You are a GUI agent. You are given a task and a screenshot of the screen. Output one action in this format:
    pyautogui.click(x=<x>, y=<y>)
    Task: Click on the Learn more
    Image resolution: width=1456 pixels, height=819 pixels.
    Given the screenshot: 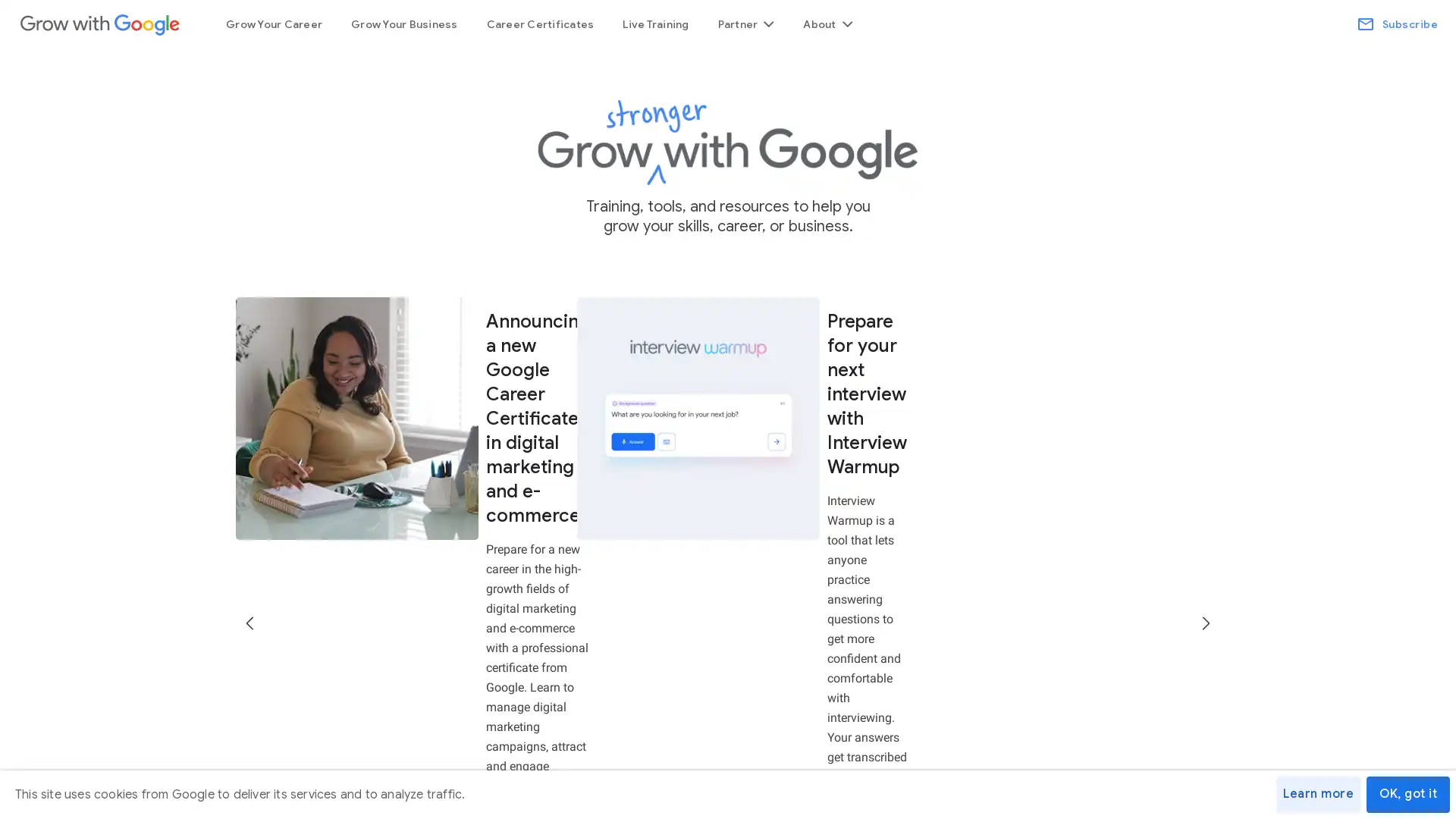 What is the action you would take?
    pyautogui.click(x=1317, y=794)
    